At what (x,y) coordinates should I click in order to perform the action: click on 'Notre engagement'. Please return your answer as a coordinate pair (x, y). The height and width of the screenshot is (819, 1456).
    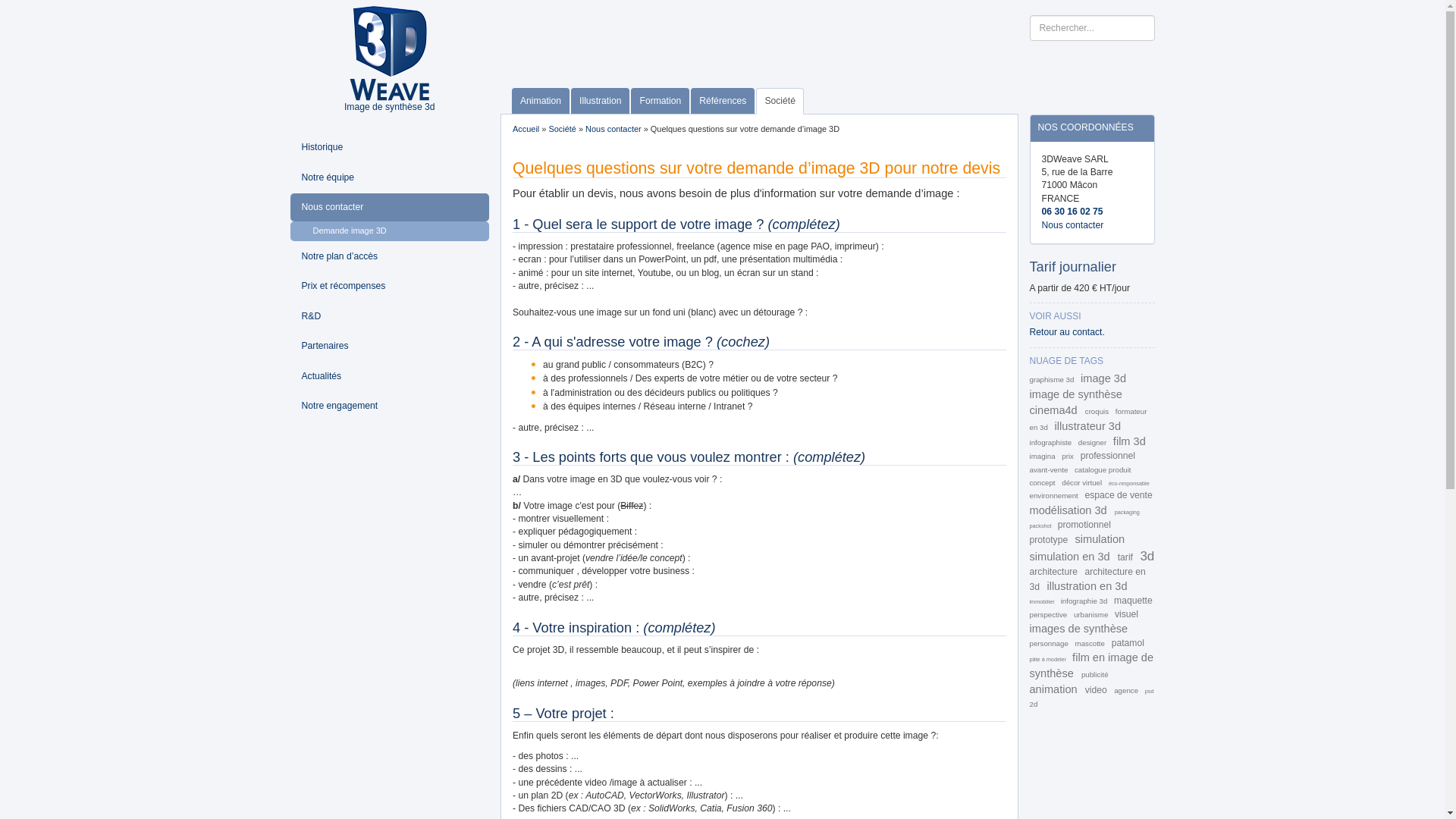
    Looking at the image, I should click on (389, 405).